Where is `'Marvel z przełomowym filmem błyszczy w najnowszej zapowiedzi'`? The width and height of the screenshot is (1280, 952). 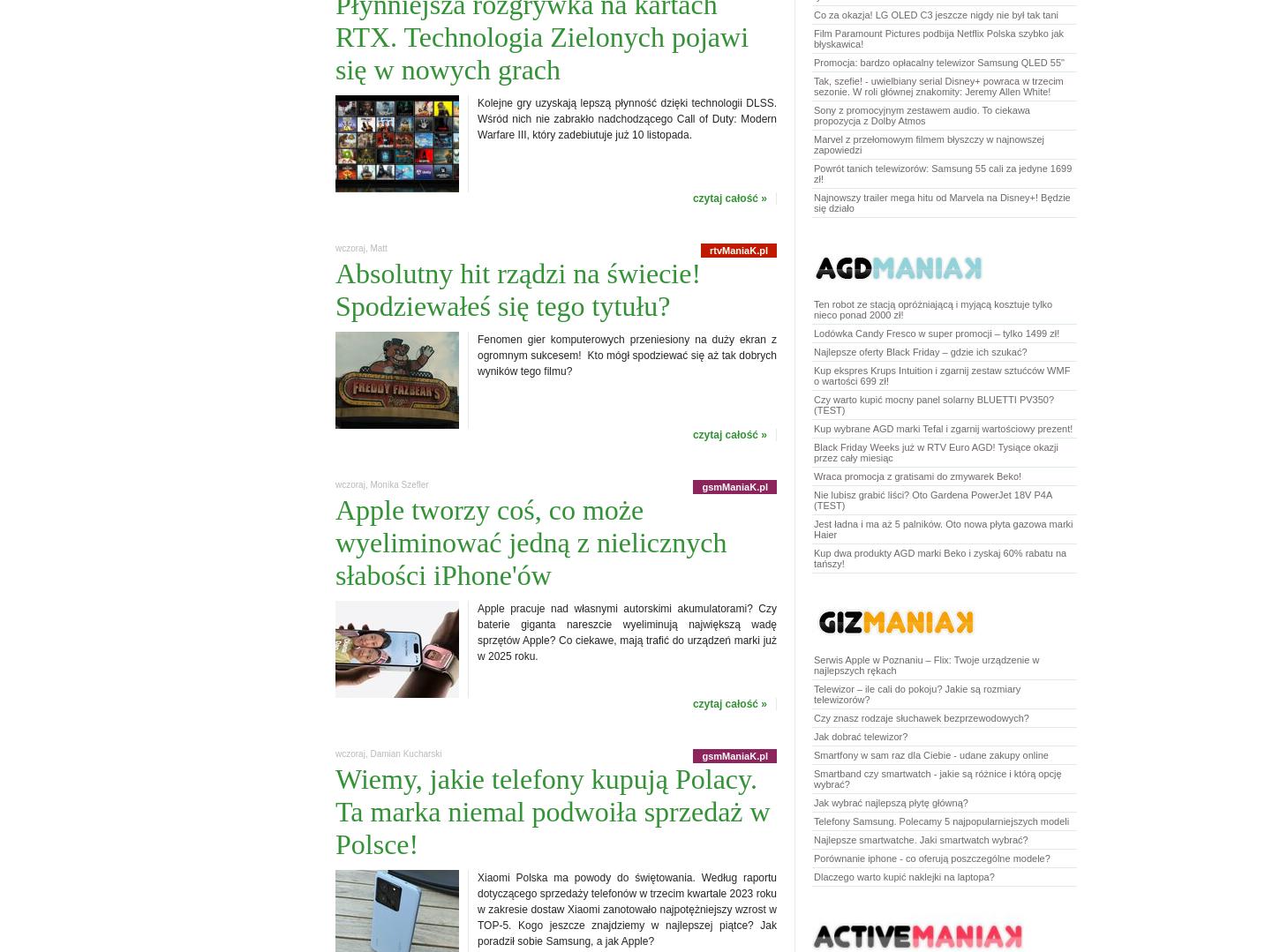 'Marvel z przełomowym filmem błyszczy w najnowszej zapowiedzi' is located at coordinates (929, 144).